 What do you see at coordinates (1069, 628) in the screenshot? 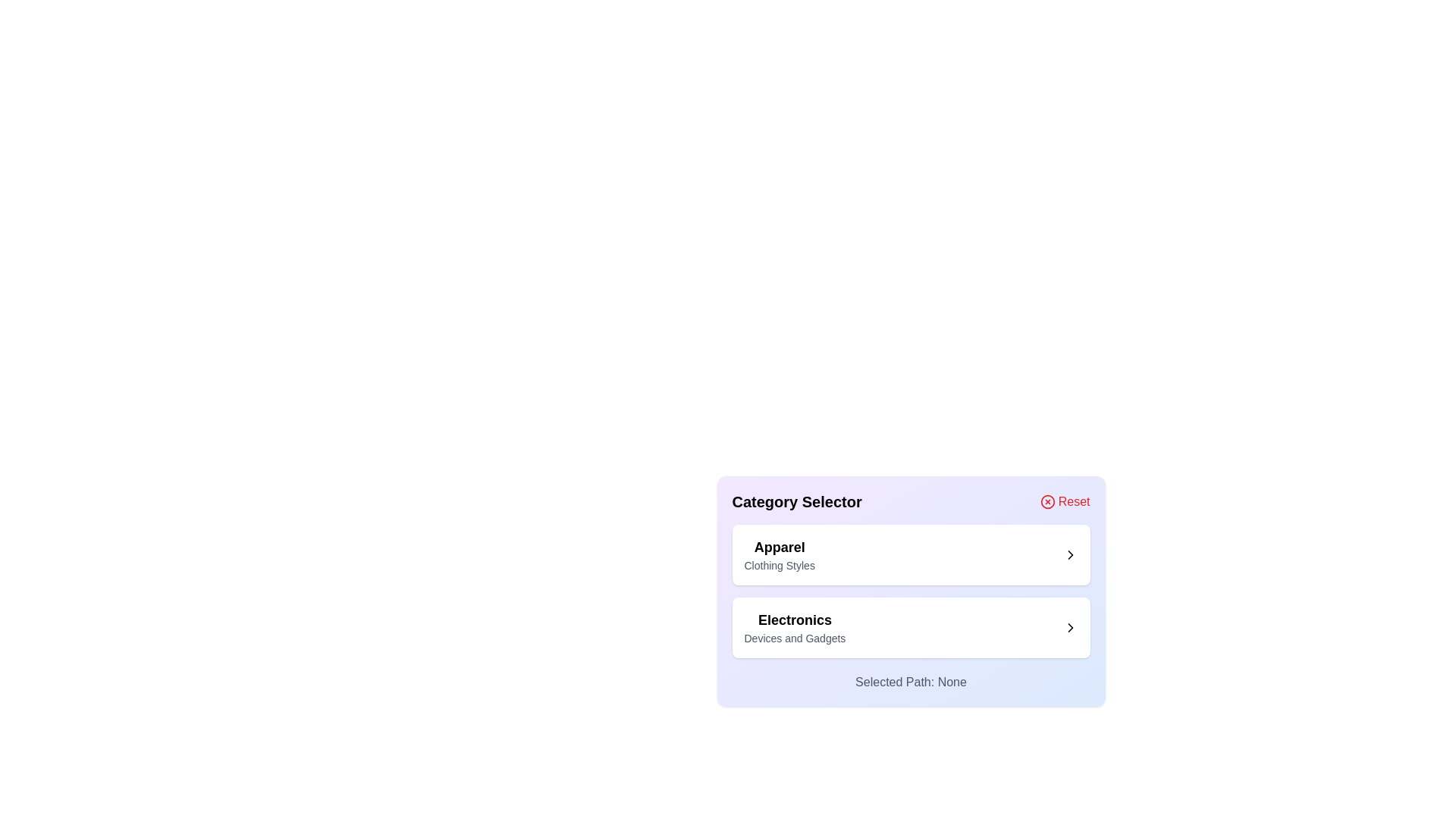
I see `the Chevron Right icon located to the far right of the 'Electronics' list item to indicate that this category can be expanded or interacted with further` at bounding box center [1069, 628].